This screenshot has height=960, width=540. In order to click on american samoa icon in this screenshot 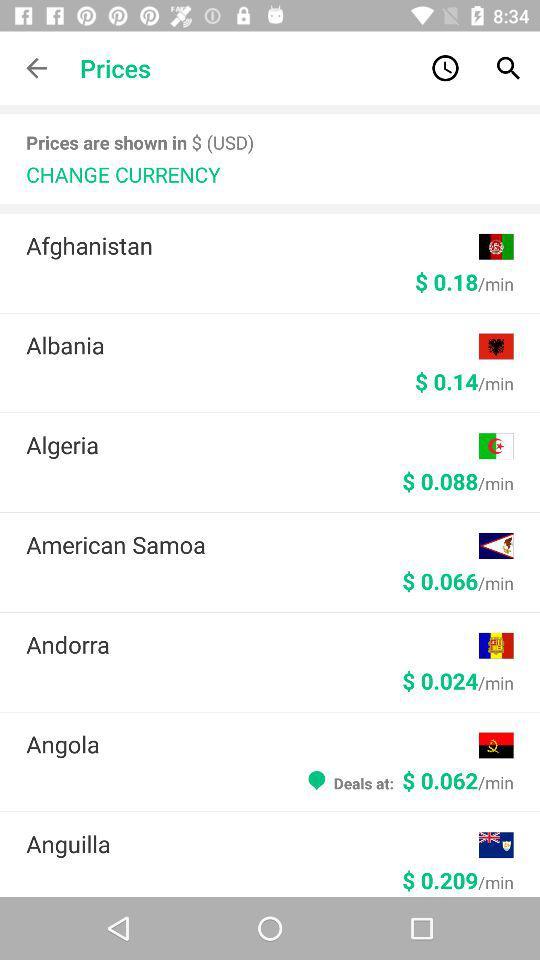, I will do `click(252, 544)`.